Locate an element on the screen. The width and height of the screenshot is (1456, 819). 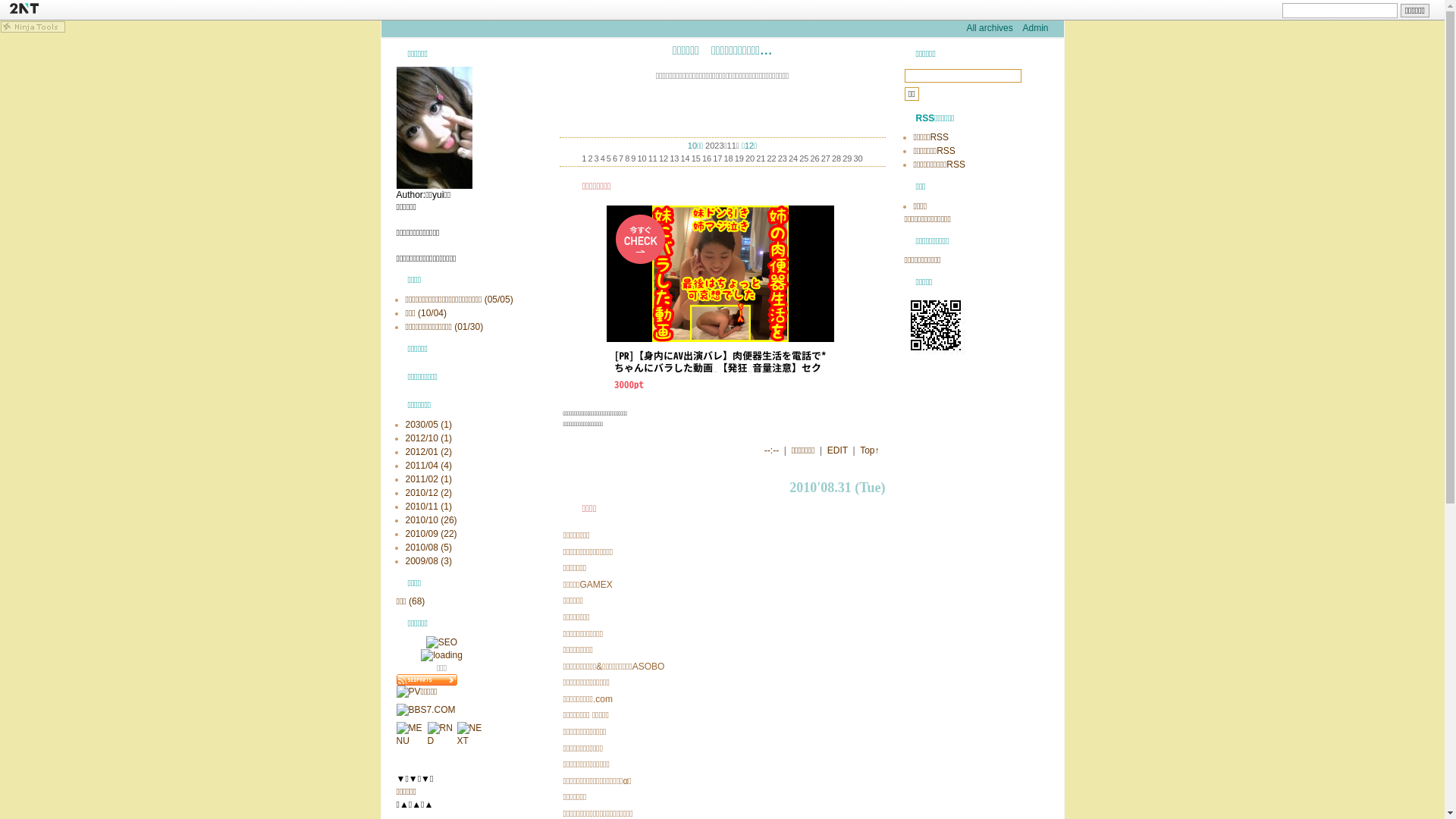
'2011/04 (4)' is located at coordinates (427, 464).